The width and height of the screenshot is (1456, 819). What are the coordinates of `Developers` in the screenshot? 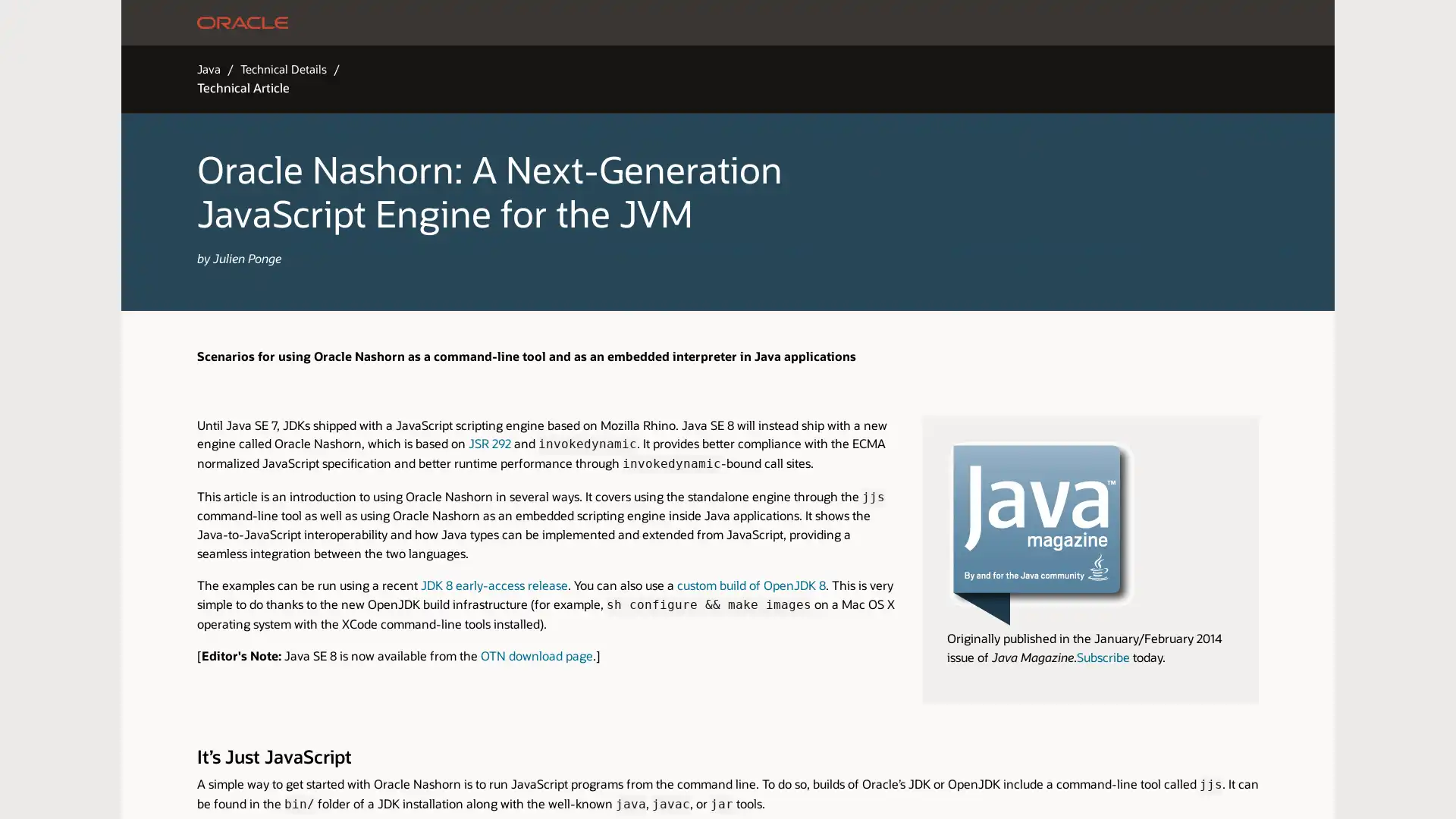 It's located at (772, 22).